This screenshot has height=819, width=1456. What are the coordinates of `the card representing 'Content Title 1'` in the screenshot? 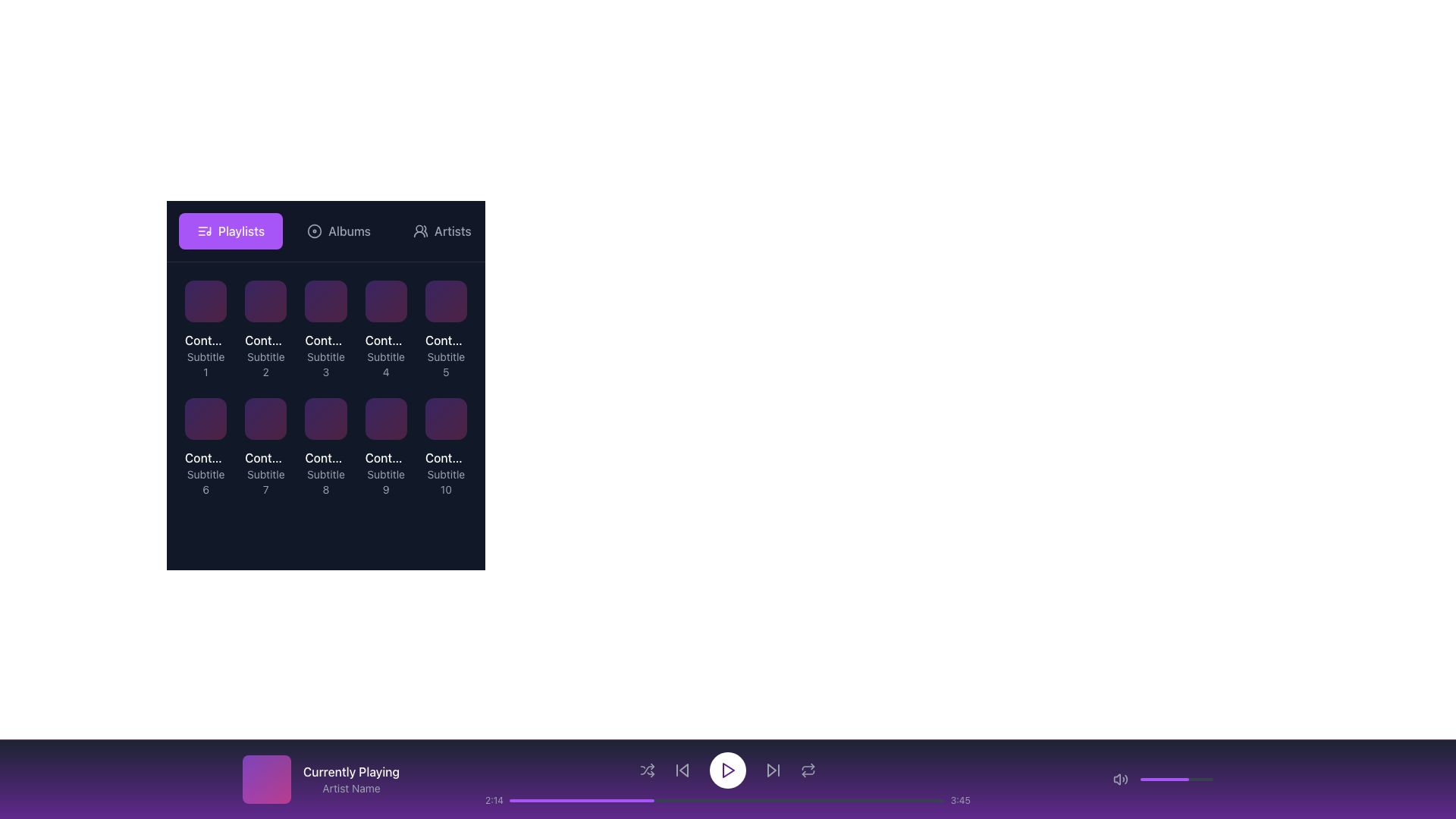 It's located at (205, 329).